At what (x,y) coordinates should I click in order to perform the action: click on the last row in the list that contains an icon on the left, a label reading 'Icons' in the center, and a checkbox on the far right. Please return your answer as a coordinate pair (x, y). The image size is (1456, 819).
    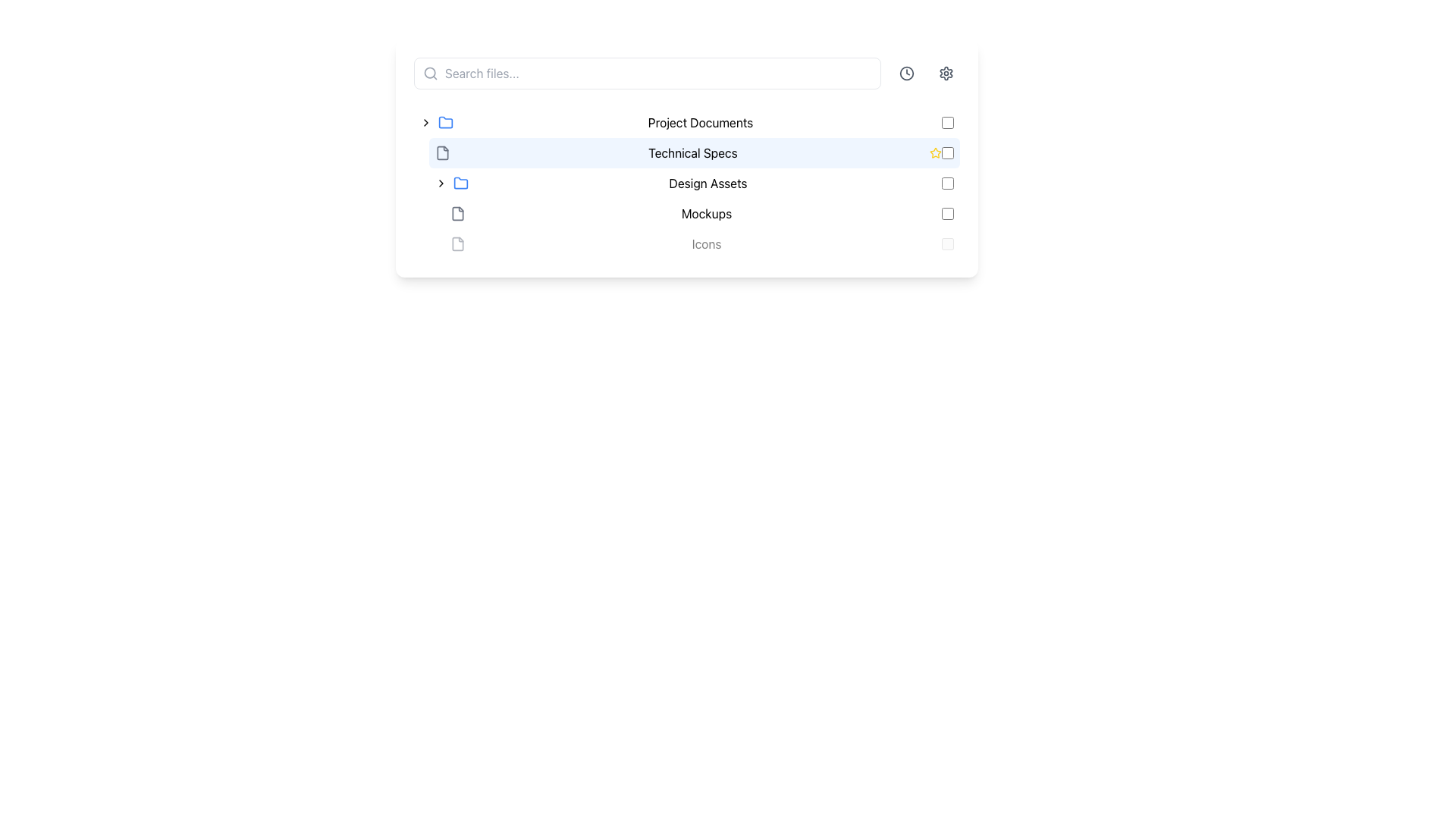
    Looking at the image, I should click on (686, 243).